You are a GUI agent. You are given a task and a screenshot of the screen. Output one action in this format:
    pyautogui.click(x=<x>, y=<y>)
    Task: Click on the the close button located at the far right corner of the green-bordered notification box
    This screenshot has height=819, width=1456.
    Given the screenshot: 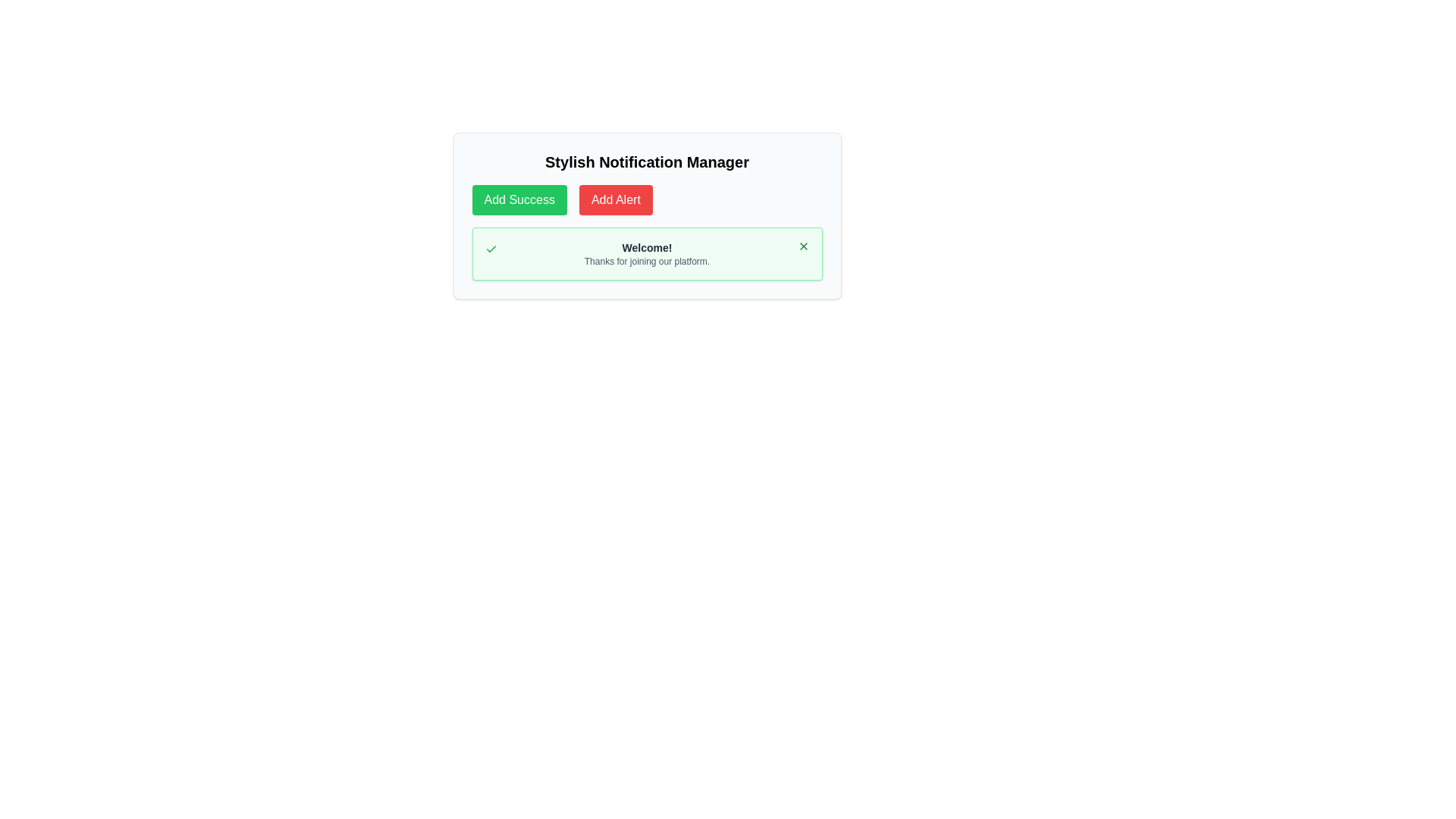 What is the action you would take?
    pyautogui.click(x=802, y=245)
    